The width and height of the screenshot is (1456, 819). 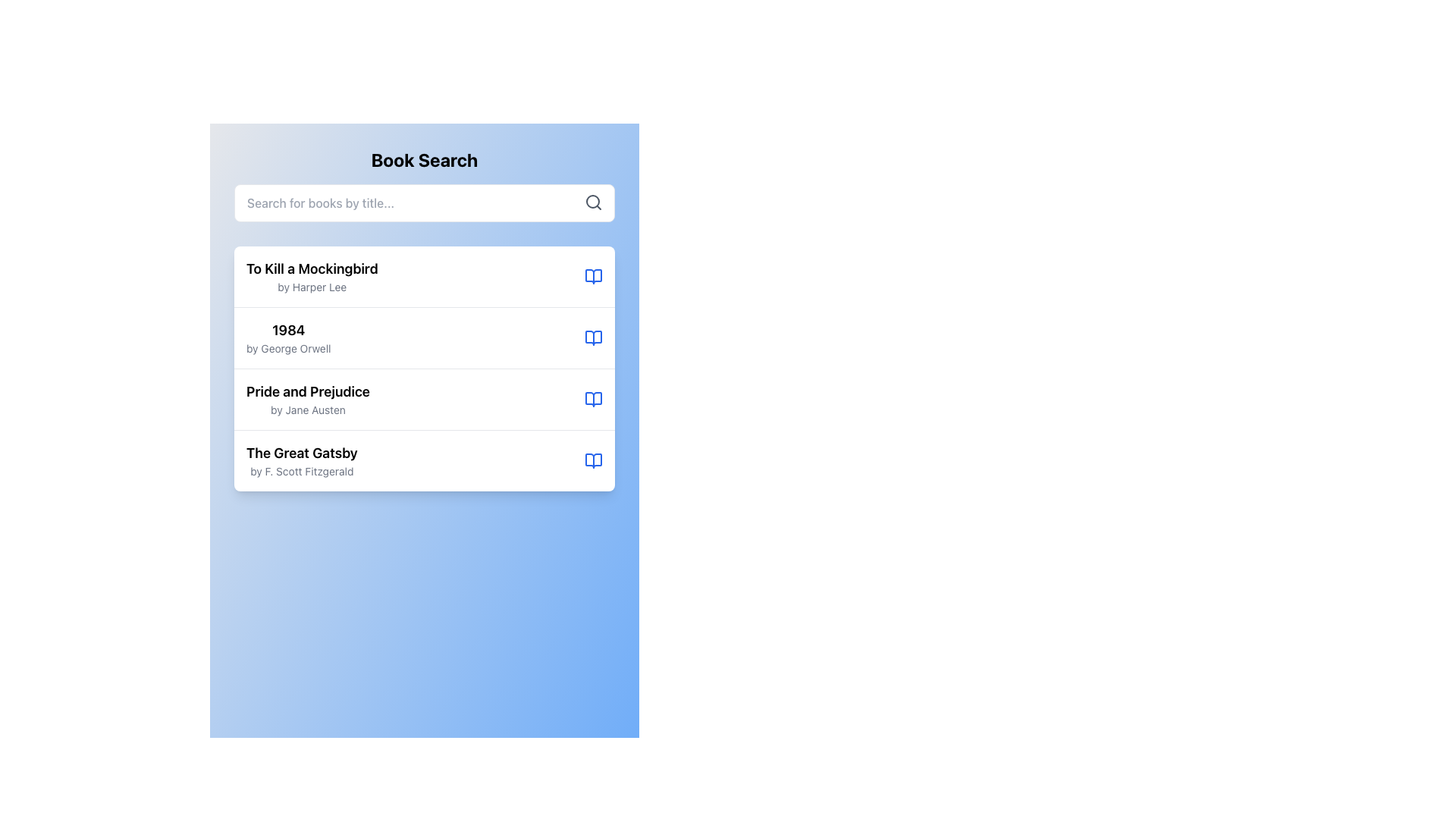 I want to click on the first list item displaying 'To Kill a Mockingbird', so click(x=425, y=277).